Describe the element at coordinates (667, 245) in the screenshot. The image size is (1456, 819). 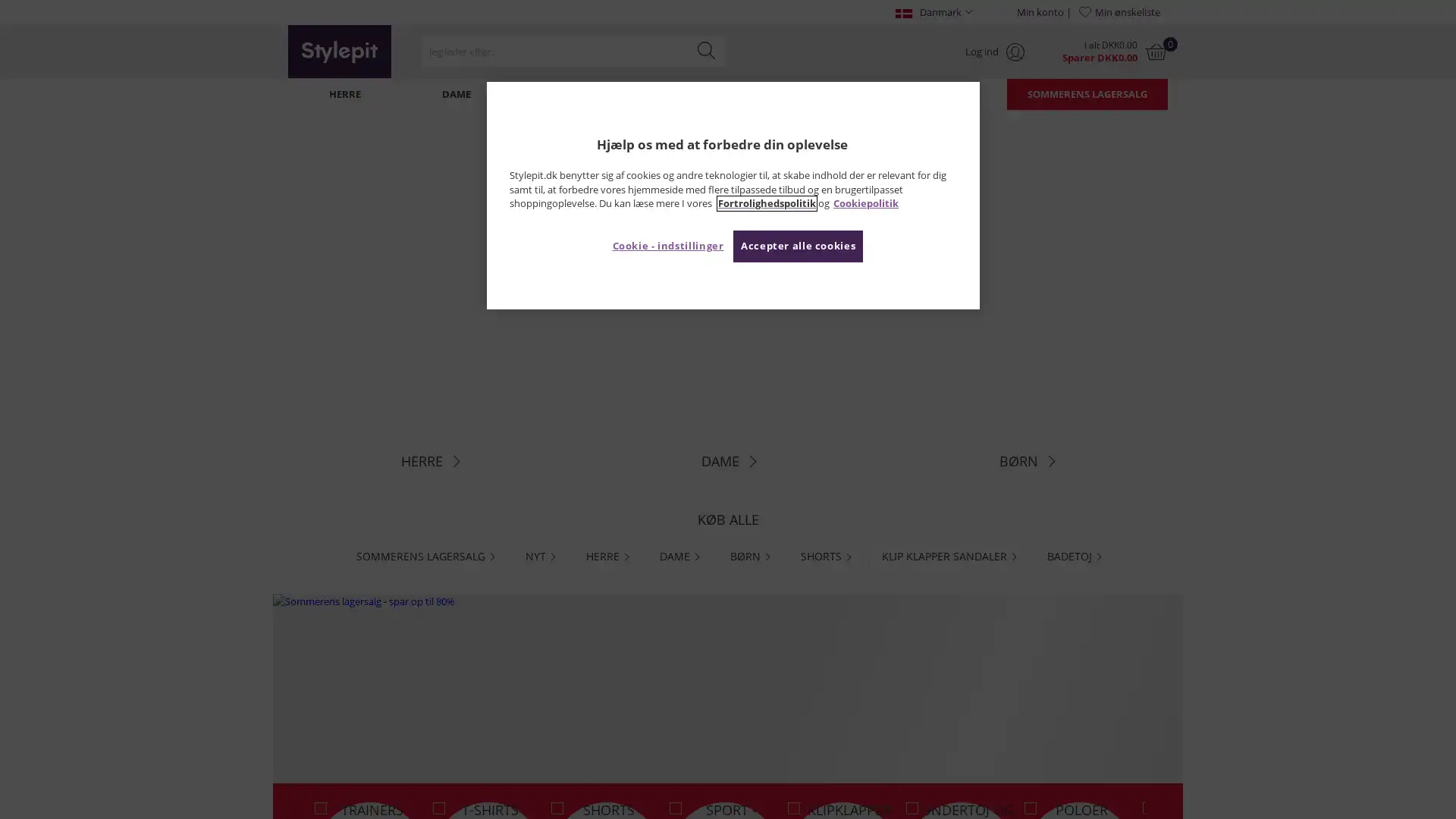
I see `Cookie - indstillinger` at that location.